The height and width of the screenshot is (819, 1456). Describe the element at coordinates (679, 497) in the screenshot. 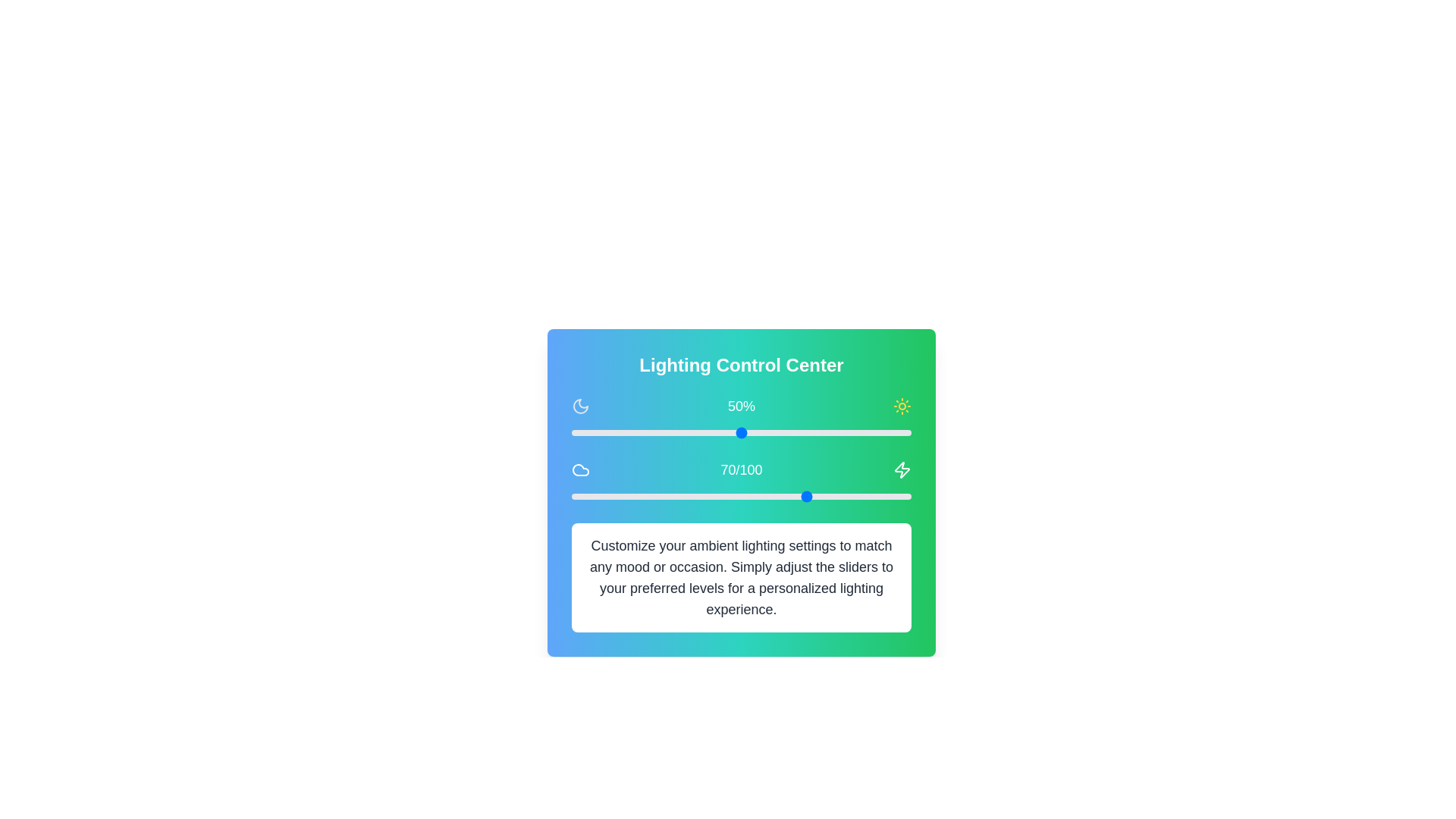

I see `the warmth slider to set the warmth level to 32 (0-100)` at that location.